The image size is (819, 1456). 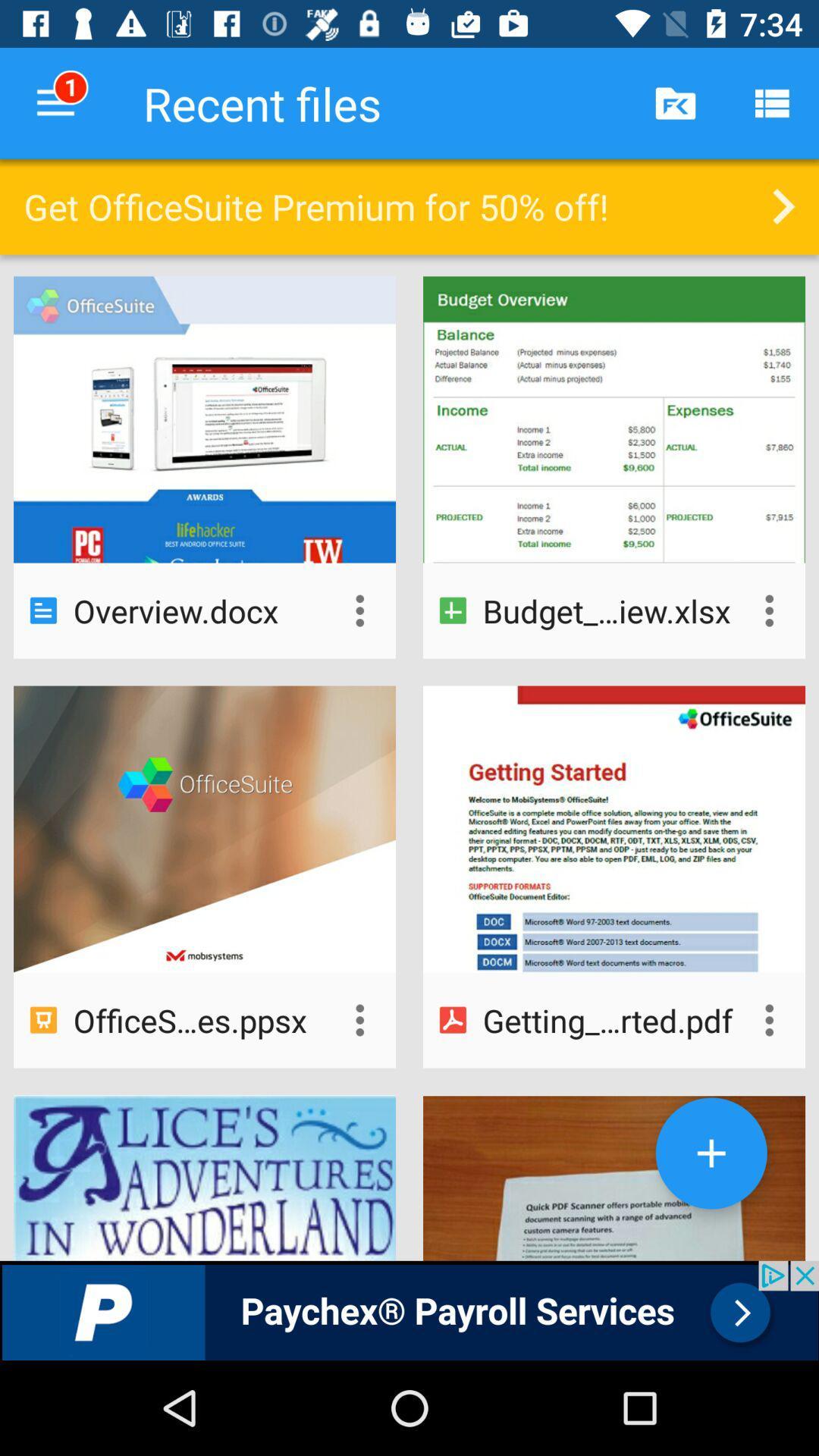 I want to click on adding button, so click(x=711, y=1153).